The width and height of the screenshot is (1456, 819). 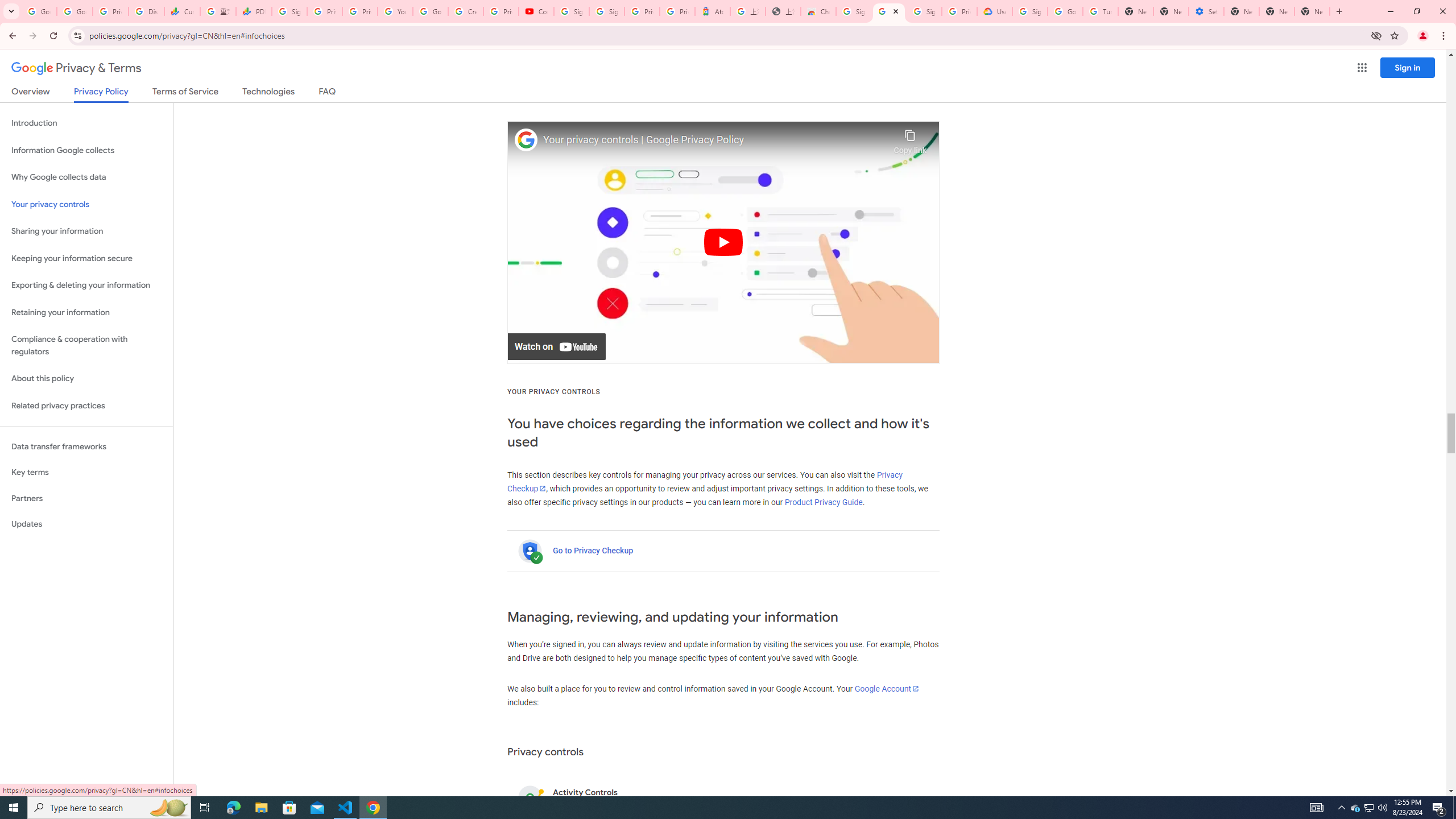 I want to click on 'Google Workspace Admin Community', so click(x=39, y=11).